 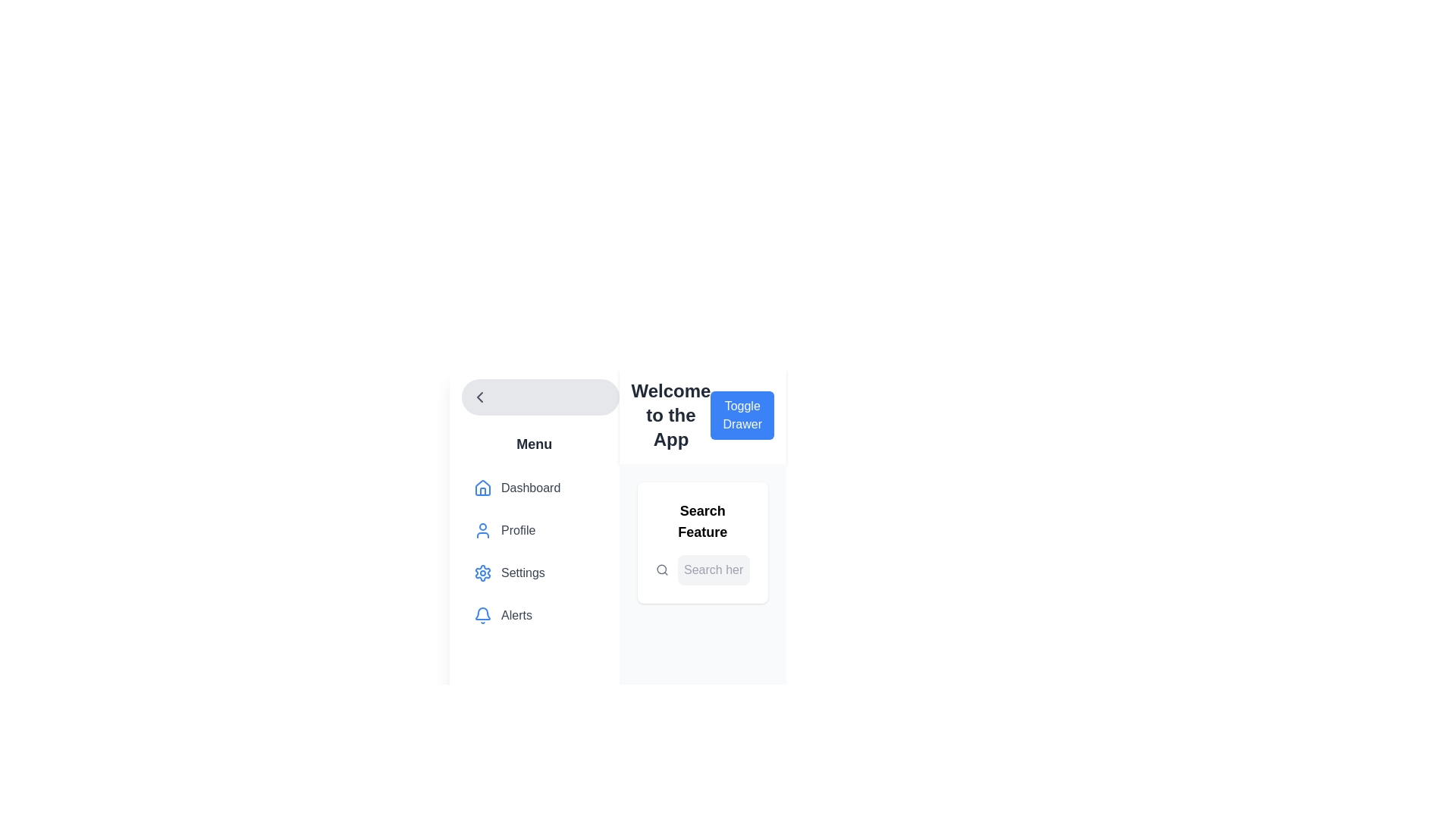 What do you see at coordinates (479, 397) in the screenshot?
I see `the left-pointing chevron icon within the rounded button located in the upper-left section of the sidebar menu` at bounding box center [479, 397].